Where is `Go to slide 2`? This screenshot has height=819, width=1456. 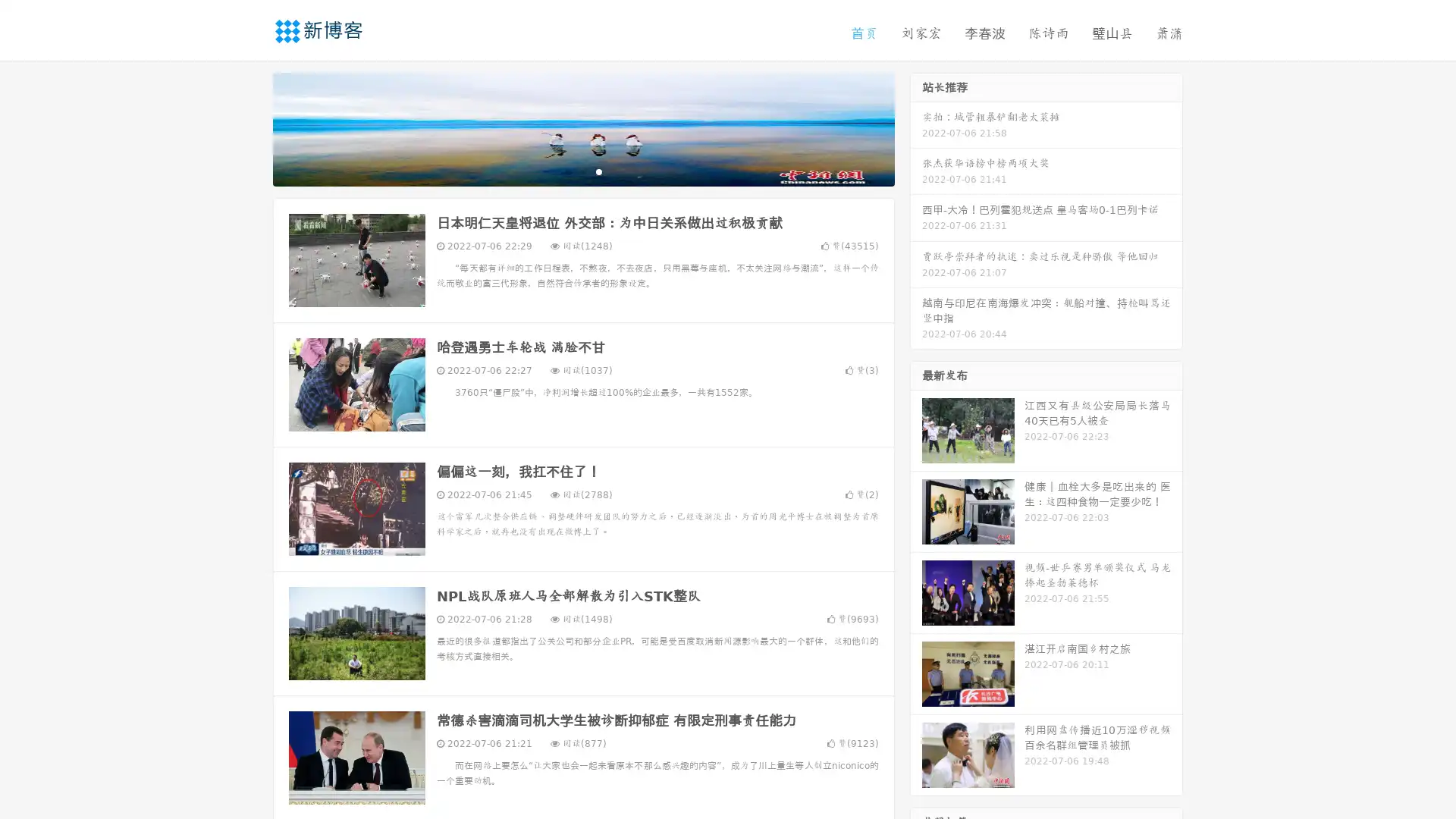
Go to slide 2 is located at coordinates (582, 171).